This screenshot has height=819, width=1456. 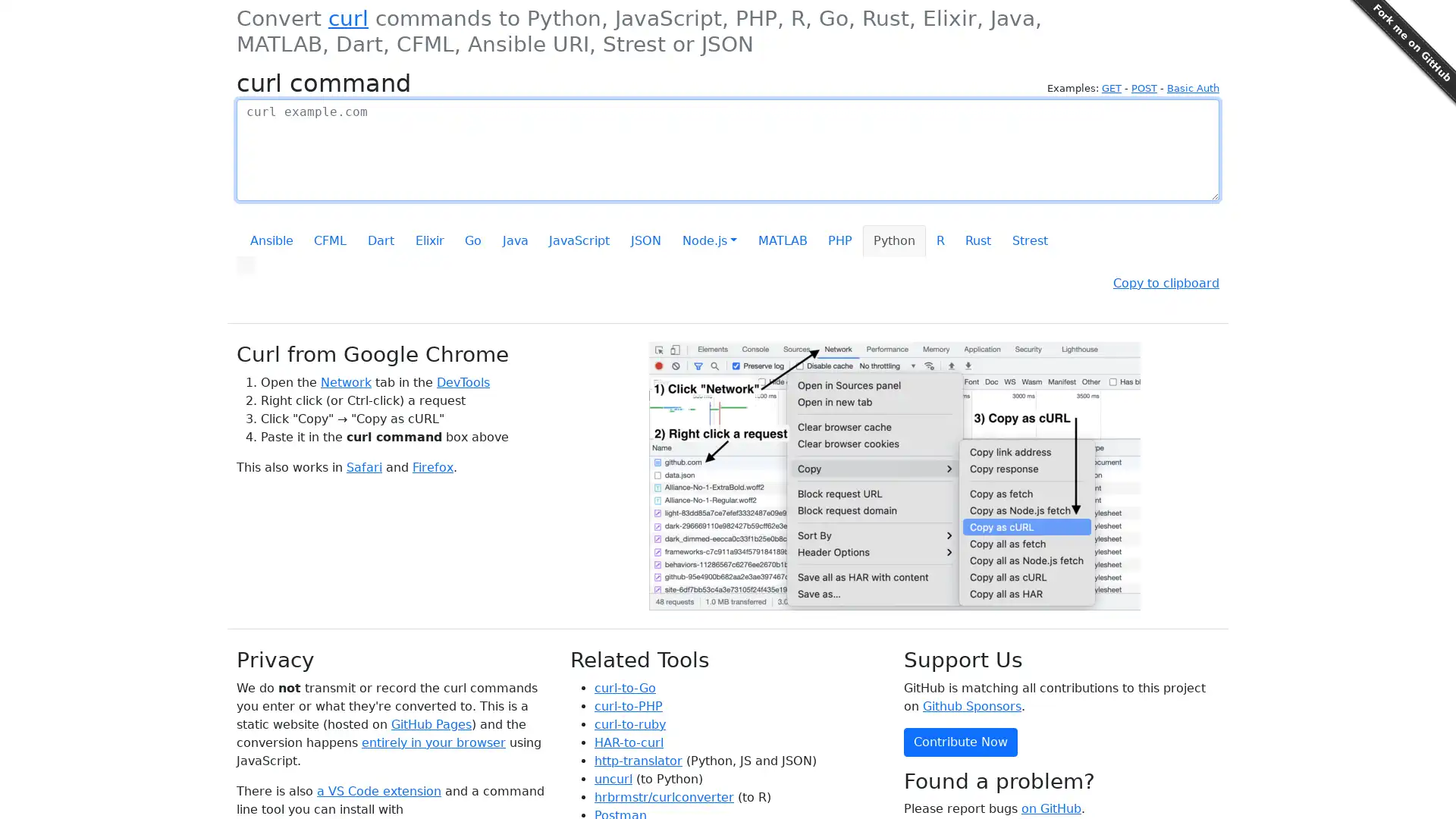 What do you see at coordinates (708, 240) in the screenshot?
I see `Node.js` at bounding box center [708, 240].